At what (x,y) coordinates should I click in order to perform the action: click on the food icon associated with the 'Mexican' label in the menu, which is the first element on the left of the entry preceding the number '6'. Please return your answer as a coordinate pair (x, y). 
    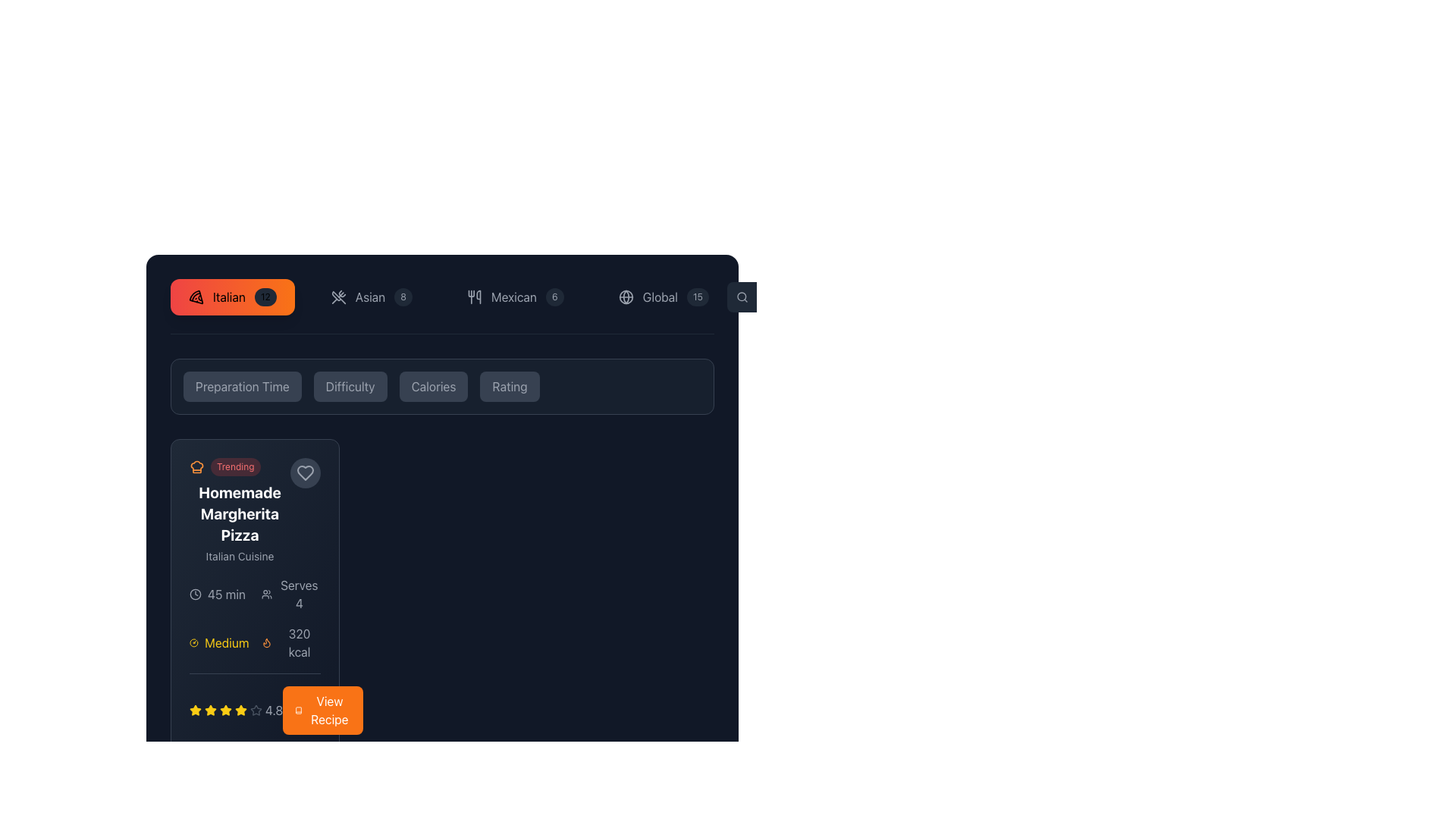
    Looking at the image, I should click on (473, 297).